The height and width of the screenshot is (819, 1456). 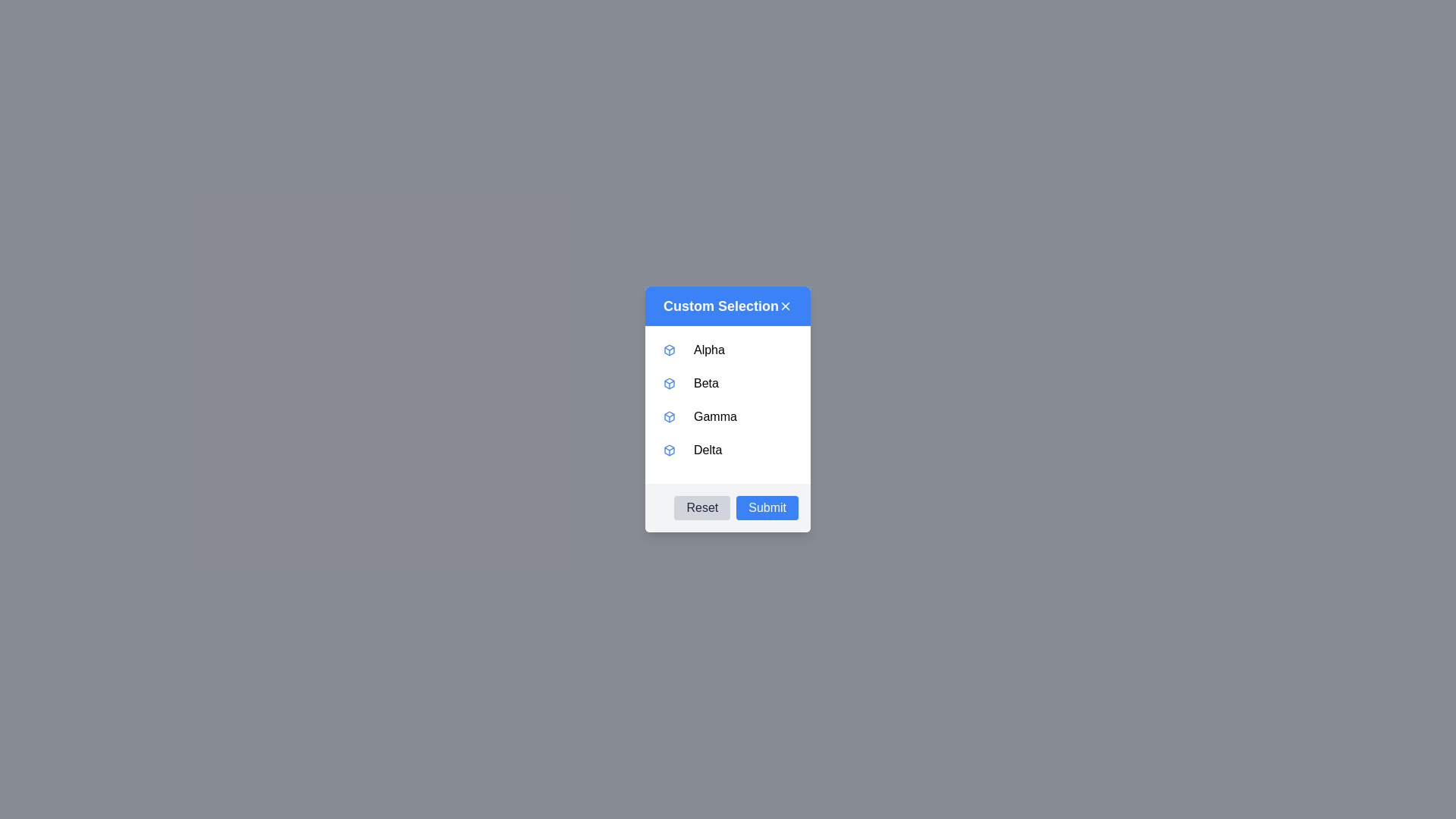 What do you see at coordinates (767, 508) in the screenshot?
I see `the 'Submit' button with a blue background and white text` at bounding box center [767, 508].